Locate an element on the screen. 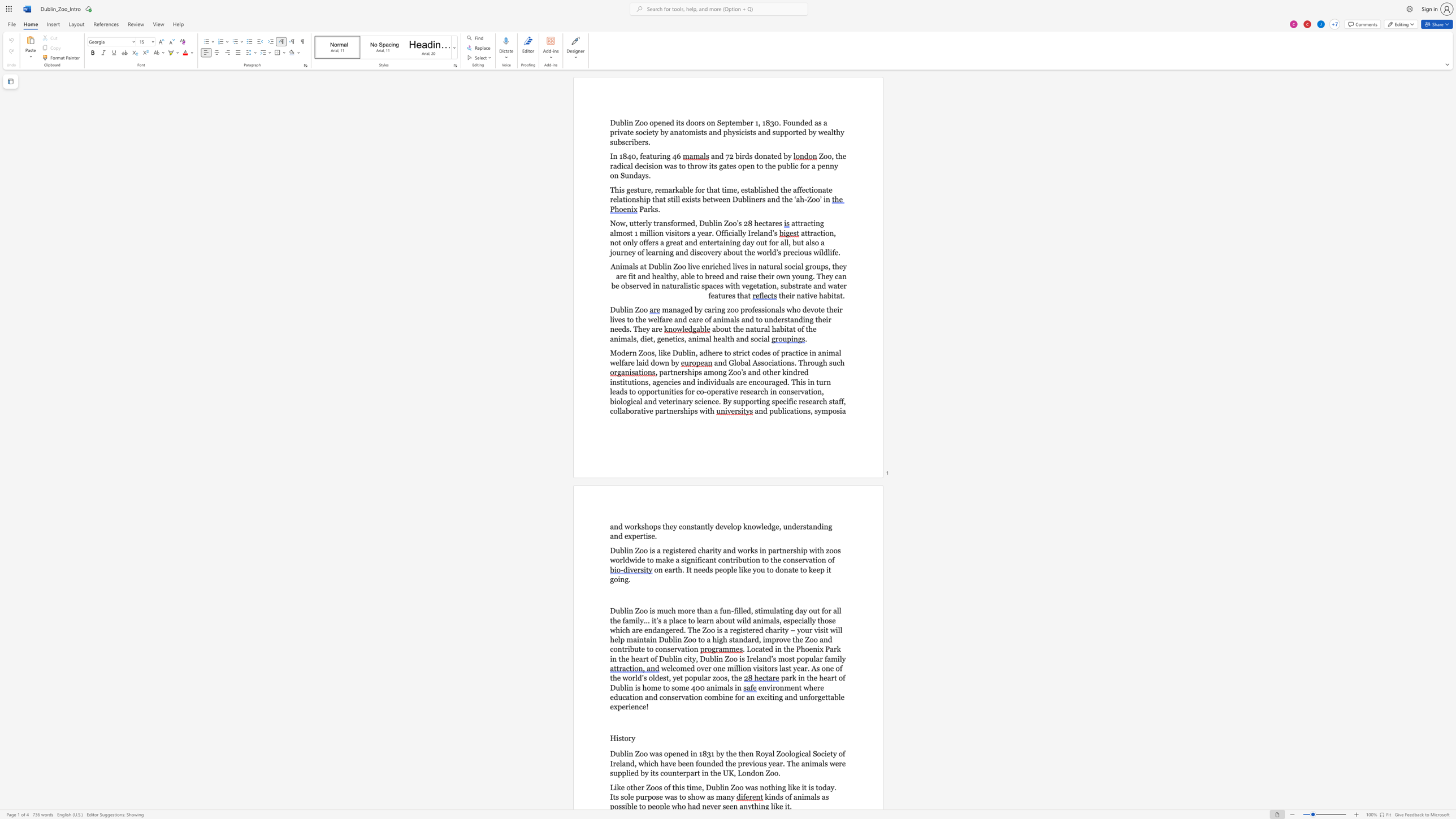 The image size is (1456, 819). the space between the continuous character "s" and "t" in the text is located at coordinates (694, 527).